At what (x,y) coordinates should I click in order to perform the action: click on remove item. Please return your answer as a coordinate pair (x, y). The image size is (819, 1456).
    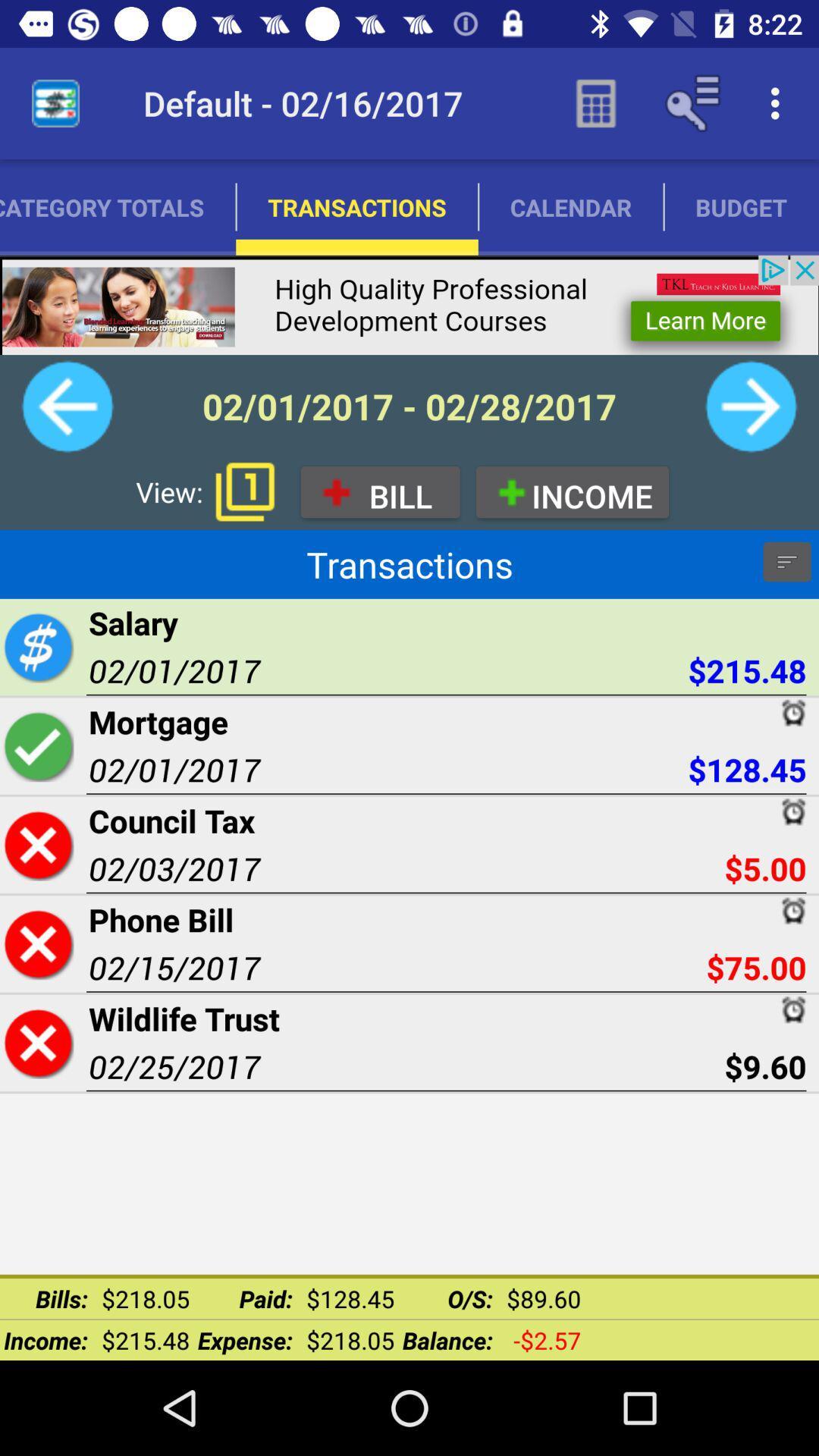
    Looking at the image, I should click on (37, 943).